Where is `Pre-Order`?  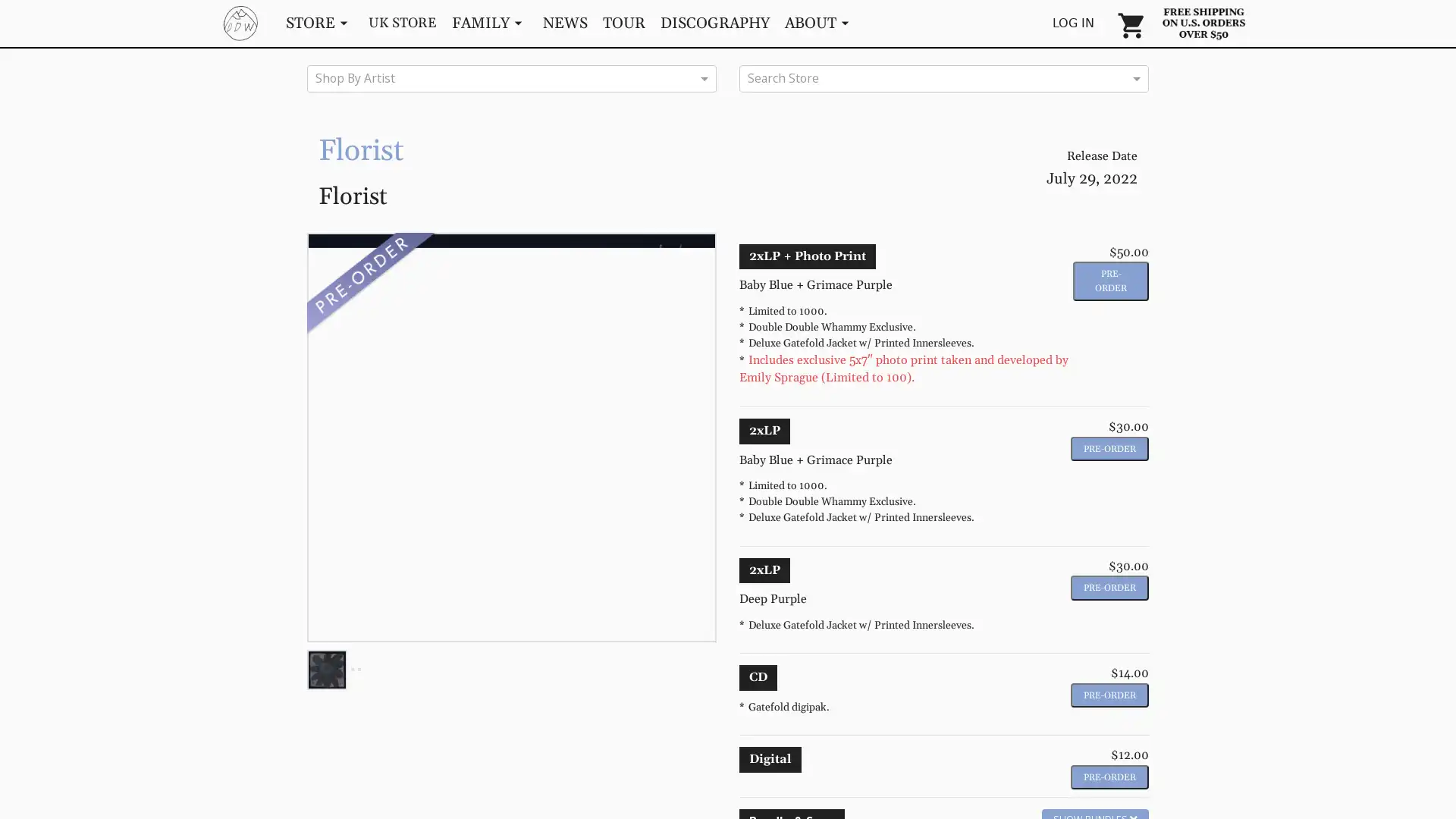 Pre-Order is located at coordinates (1109, 447).